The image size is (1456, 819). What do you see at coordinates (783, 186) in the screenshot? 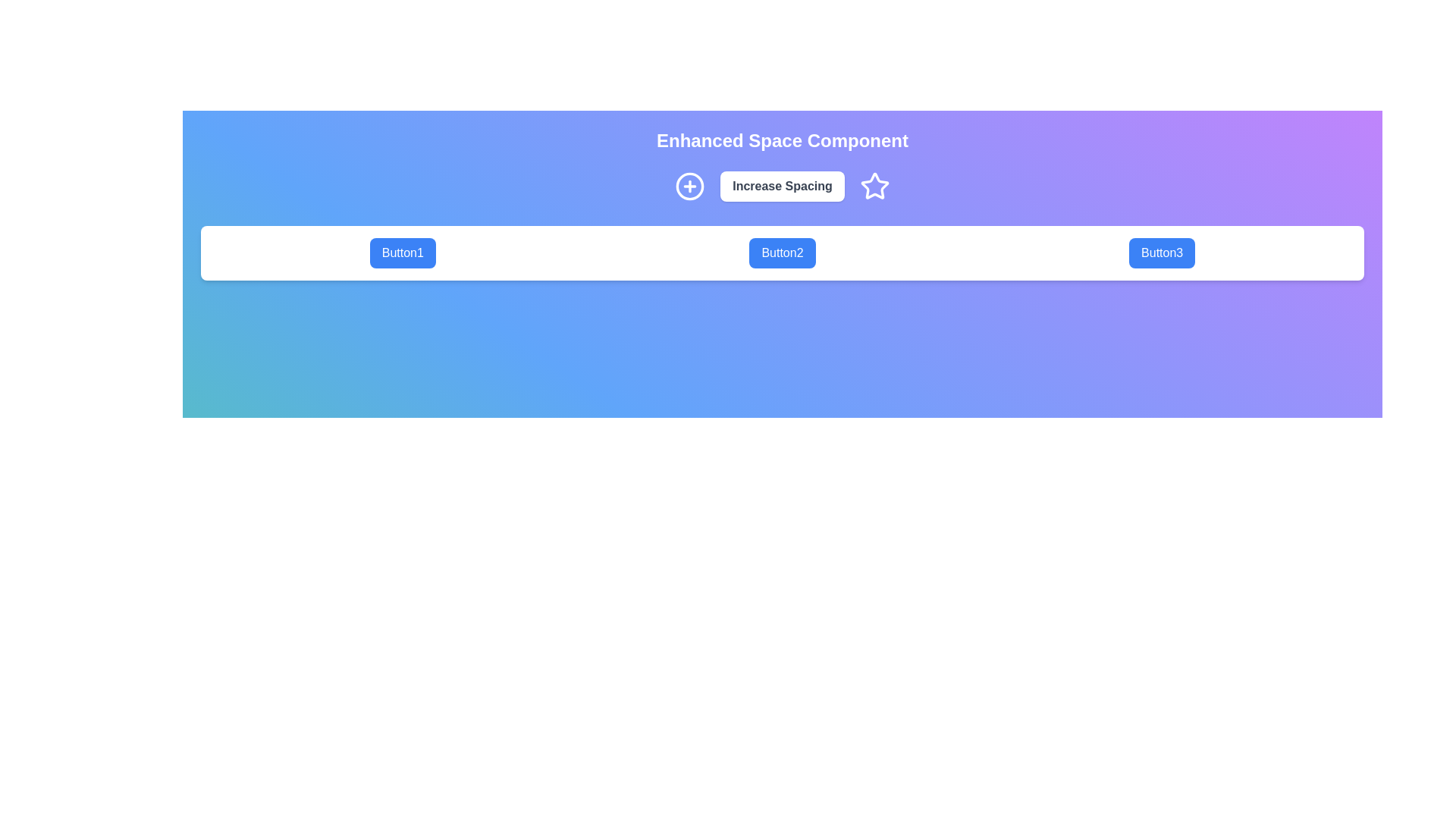
I see `the 'Increase Spacing' button, which is styled with a white background and gray bold text, located centrally in a row of elements near the top of the interface` at bounding box center [783, 186].